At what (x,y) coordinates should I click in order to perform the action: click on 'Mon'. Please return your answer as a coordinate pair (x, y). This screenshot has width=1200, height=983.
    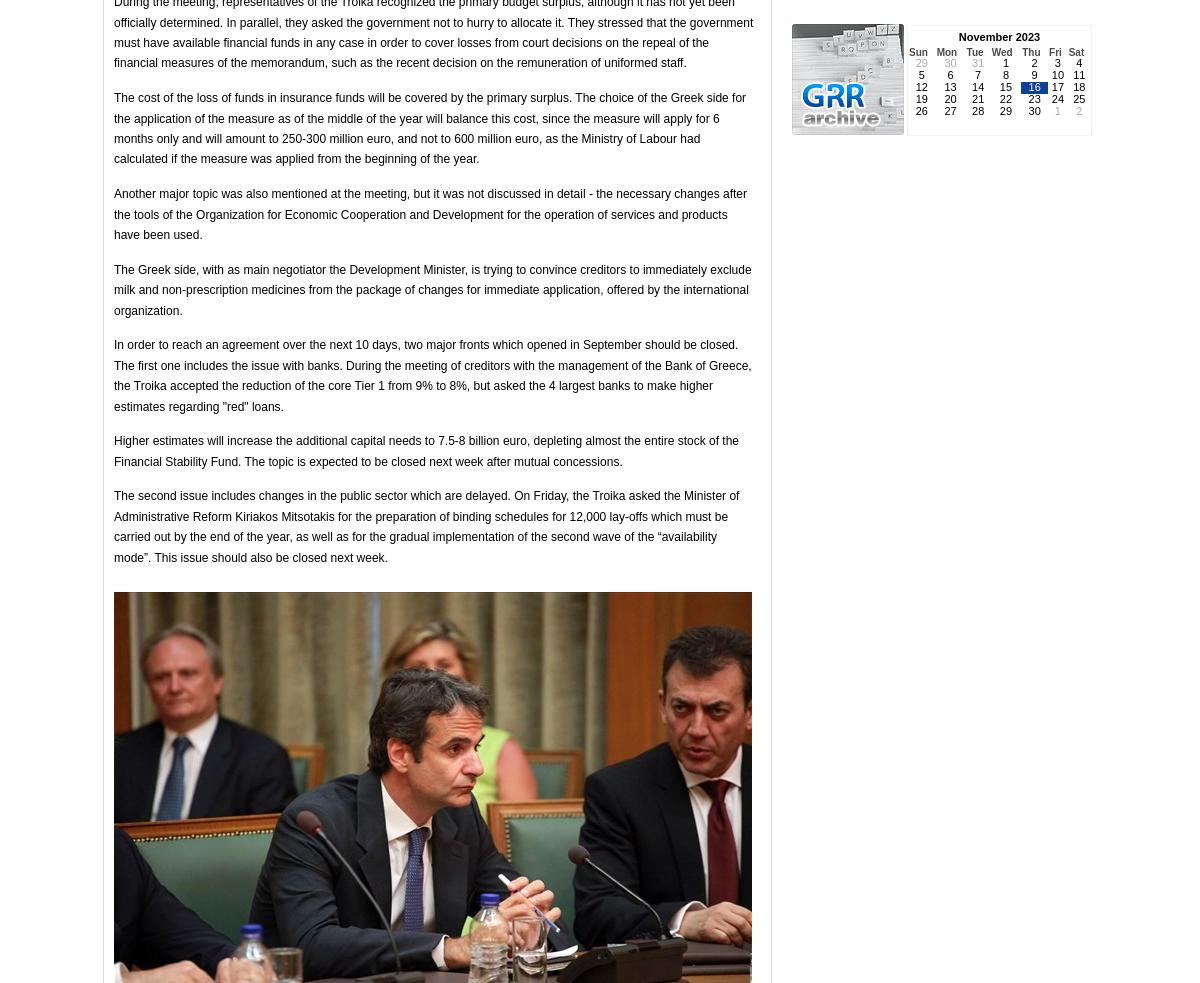
    Looking at the image, I should click on (946, 51).